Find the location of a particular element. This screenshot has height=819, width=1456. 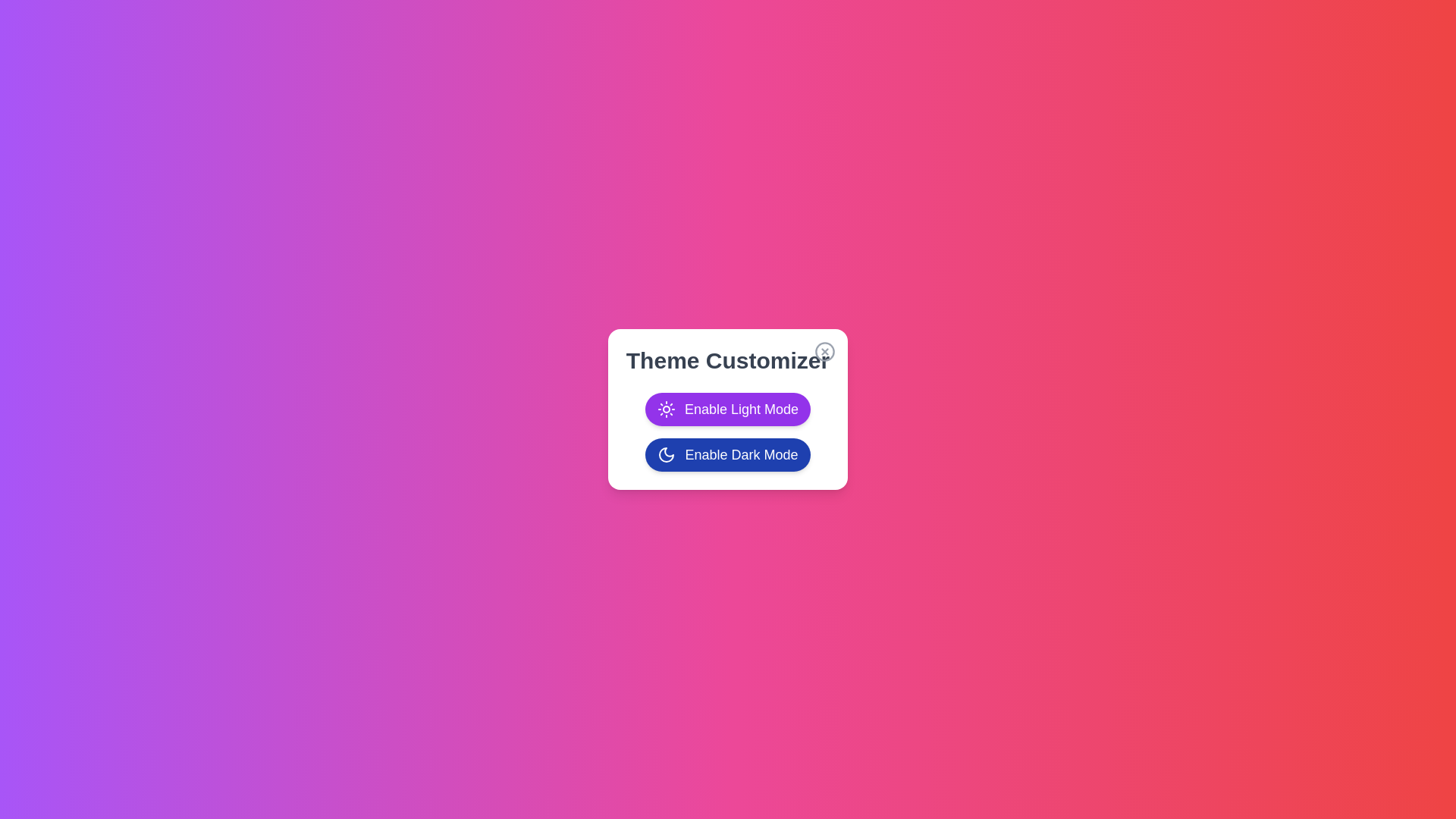

the 'Enable Dark Mode' button is located at coordinates (728, 454).